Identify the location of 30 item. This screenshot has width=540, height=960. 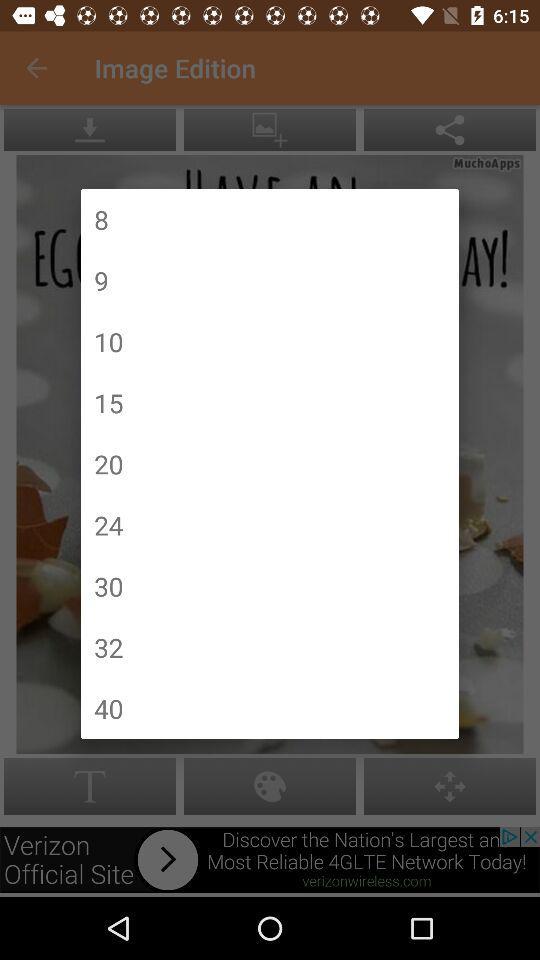
(108, 586).